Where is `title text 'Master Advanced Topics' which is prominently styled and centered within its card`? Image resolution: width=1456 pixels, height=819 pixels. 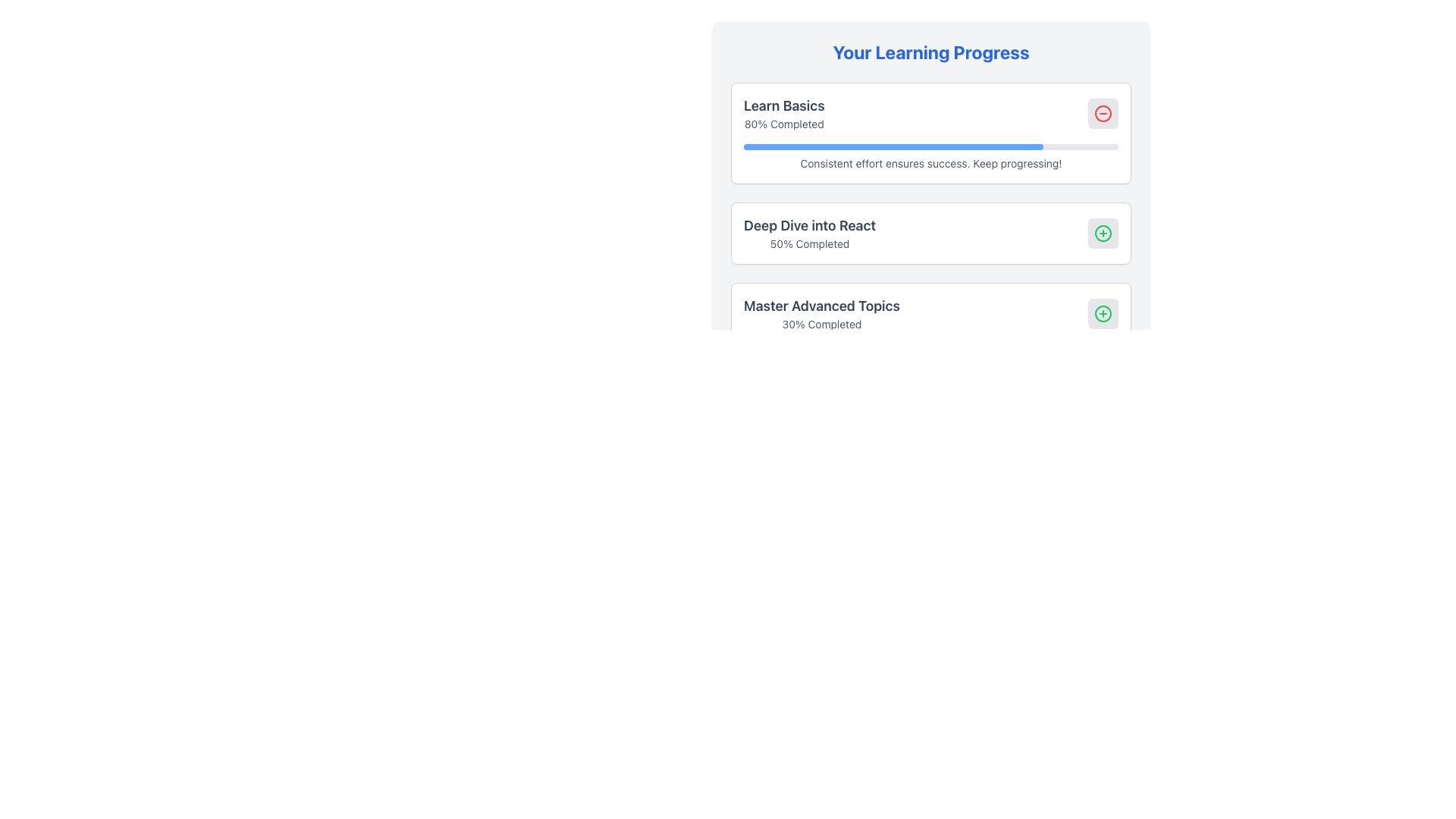
title text 'Master Advanced Topics' which is prominently styled and centered within its card is located at coordinates (821, 306).